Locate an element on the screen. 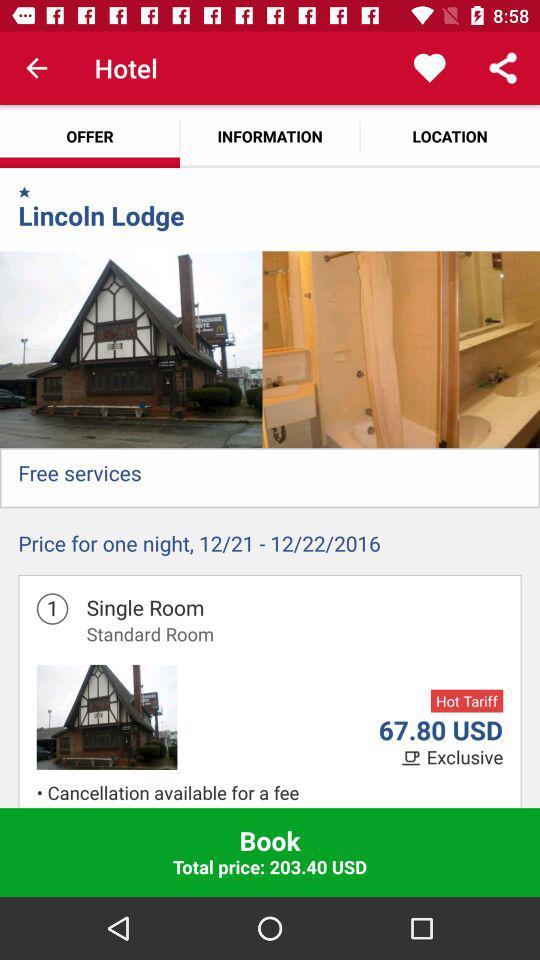 The image size is (540, 960). item below the 67.80 usd icon is located at coordinates (412, 757).